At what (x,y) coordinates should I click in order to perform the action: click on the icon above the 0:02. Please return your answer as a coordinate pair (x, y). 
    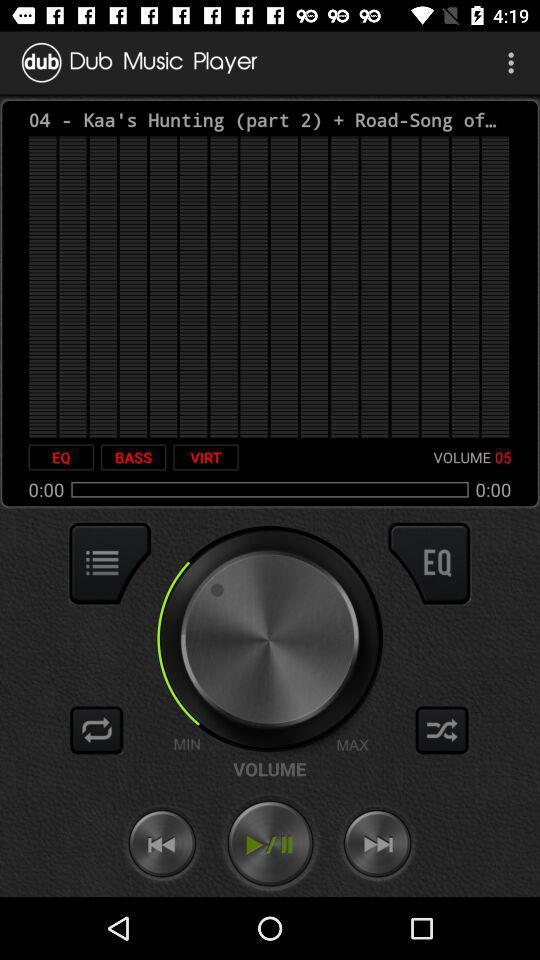
    Looking at the image, I should click on (61, 457).